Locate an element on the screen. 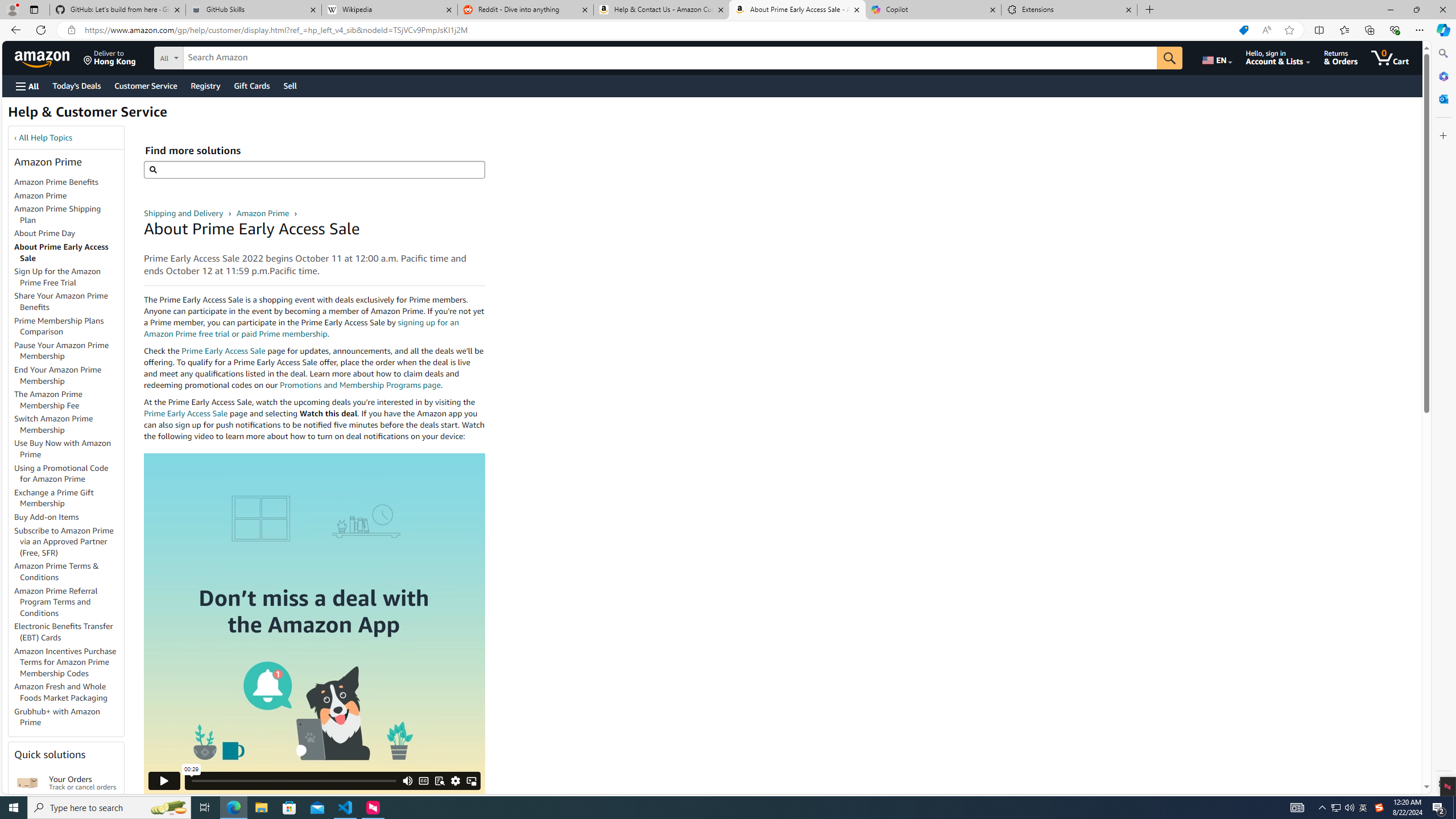  'Electronic Benefits Transfer (EBT) Cards' is located at coordinates (69, 631).